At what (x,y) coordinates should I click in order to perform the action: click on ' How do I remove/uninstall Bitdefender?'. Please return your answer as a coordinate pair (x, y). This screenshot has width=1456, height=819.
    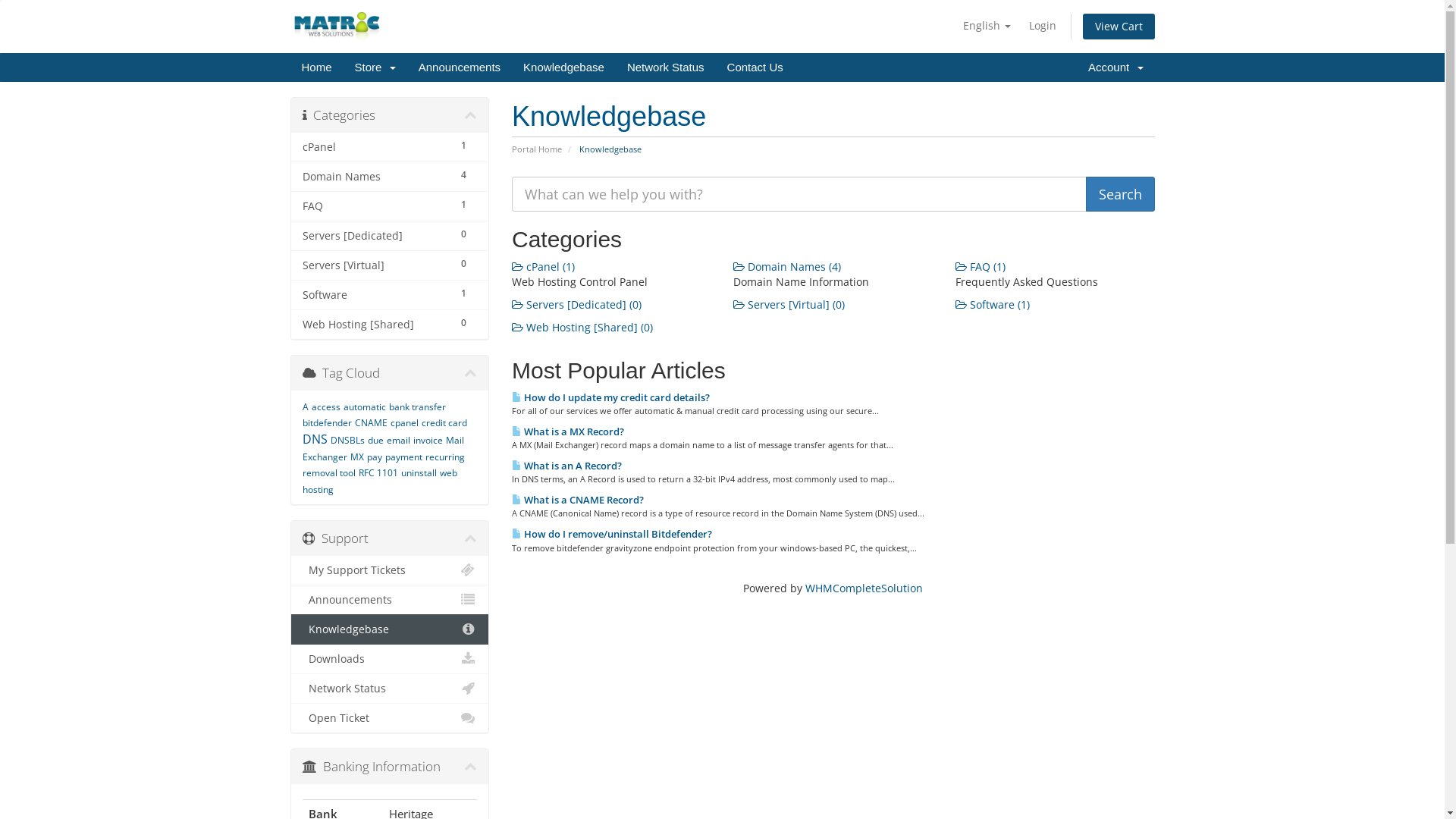
    Looking at the image, I should click on (611, 533).